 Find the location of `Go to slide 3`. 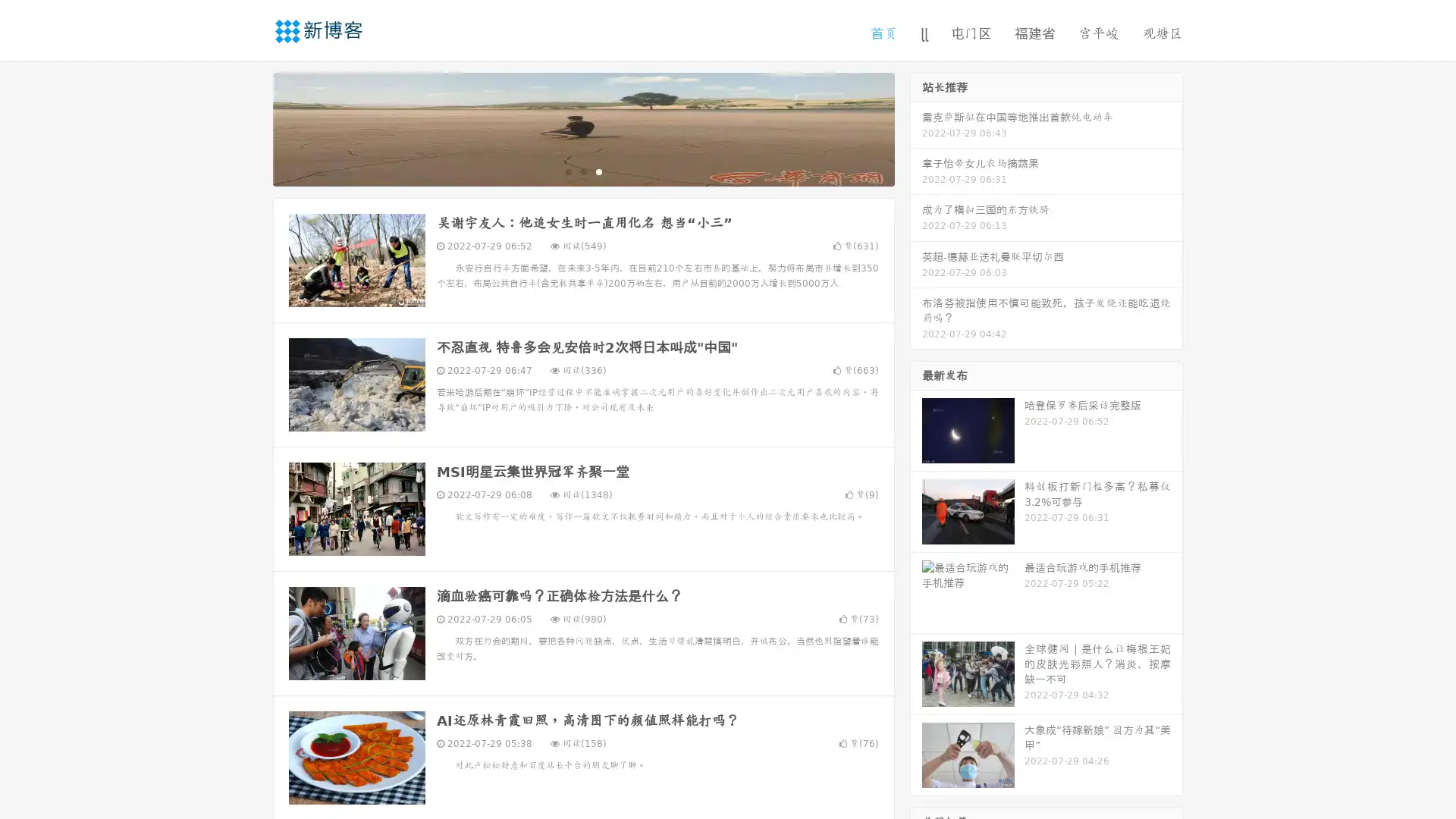

Go to slide 3 is located at coordinates (598, 171).